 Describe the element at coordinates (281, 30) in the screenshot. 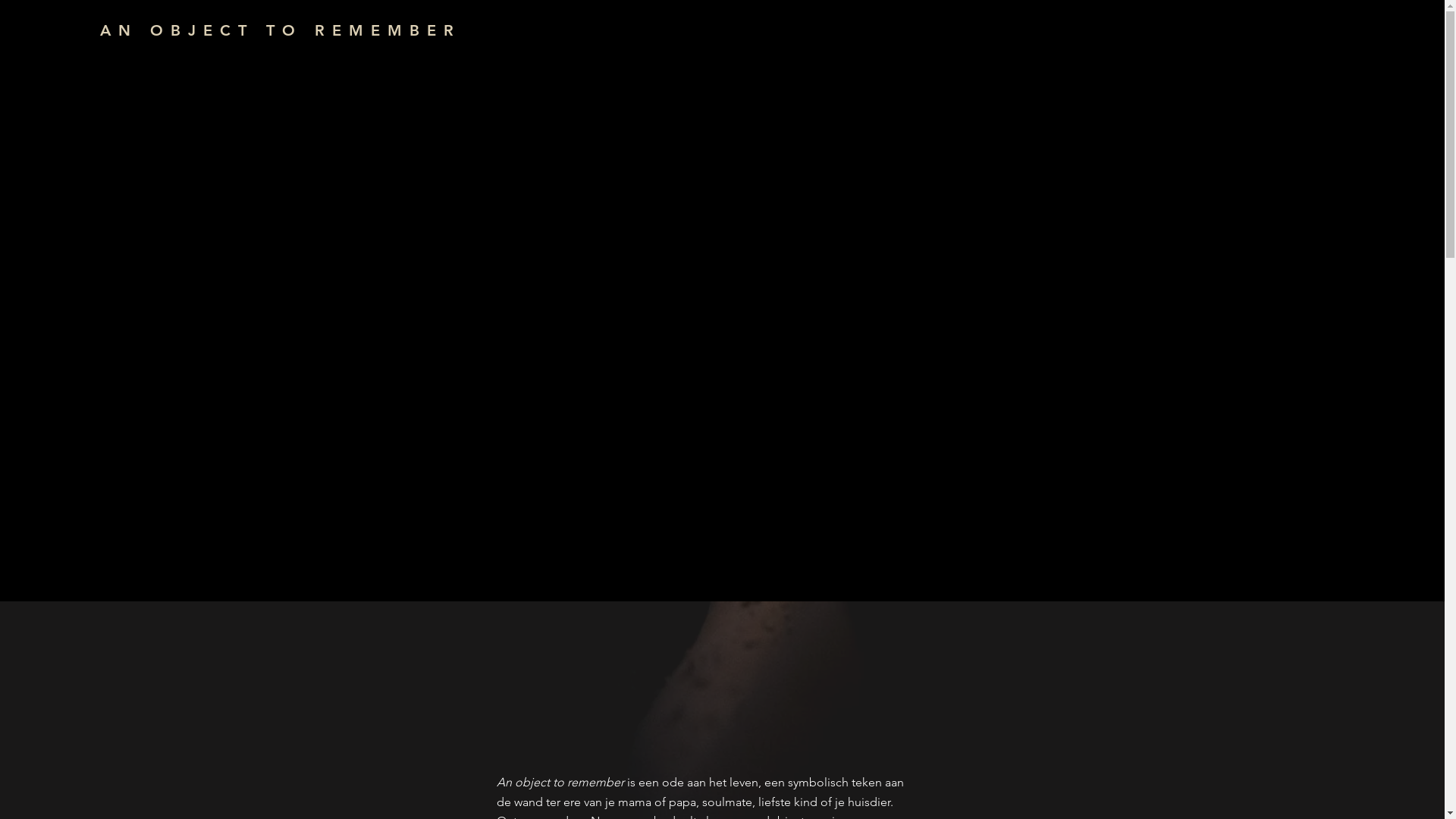

I see `'AN OBJECT TO REMEMBER'` at that location.